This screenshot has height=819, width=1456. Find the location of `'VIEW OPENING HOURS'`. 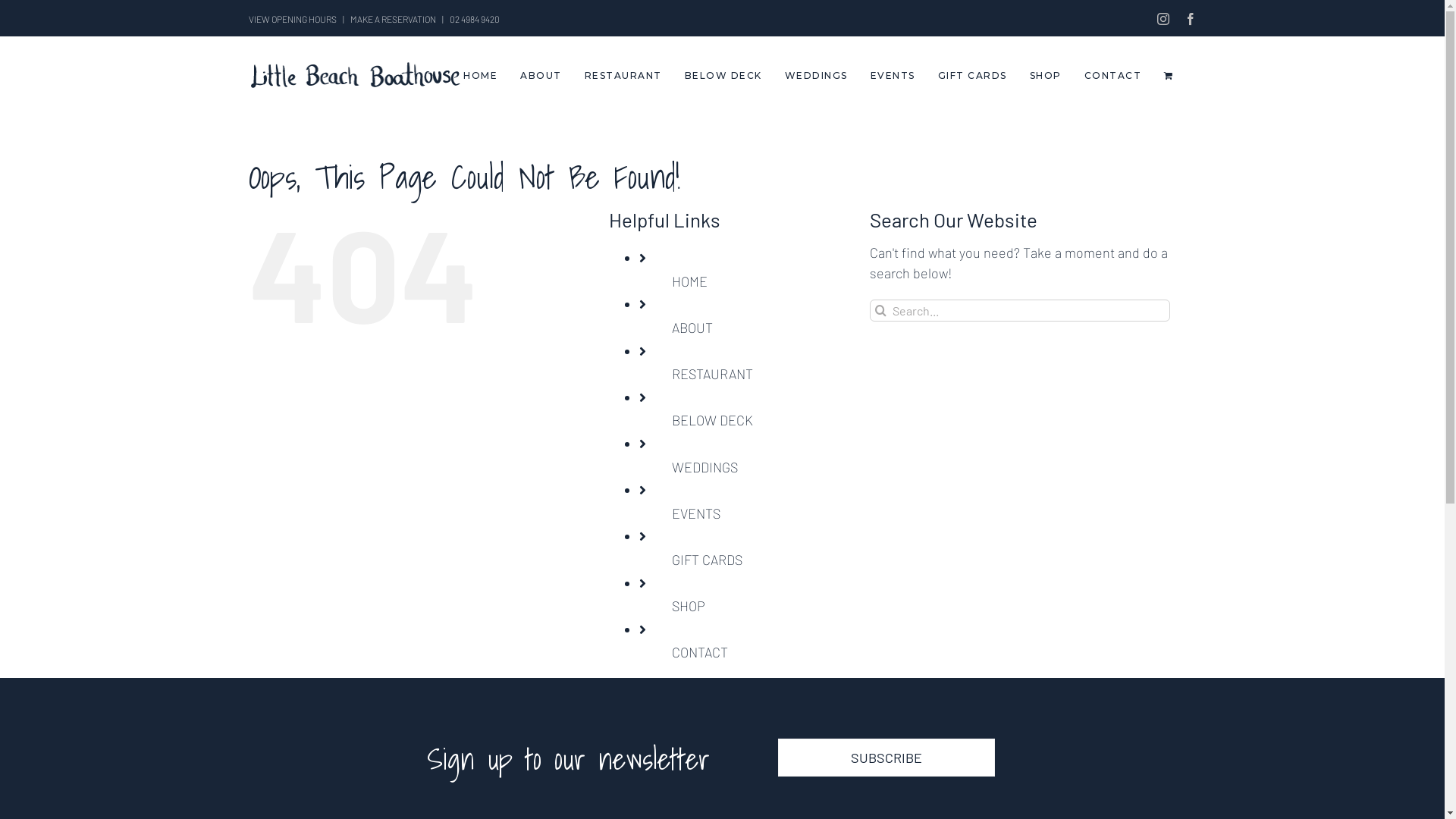

'VIEW OPENING HOURS' is located at coordinates (292, 18).